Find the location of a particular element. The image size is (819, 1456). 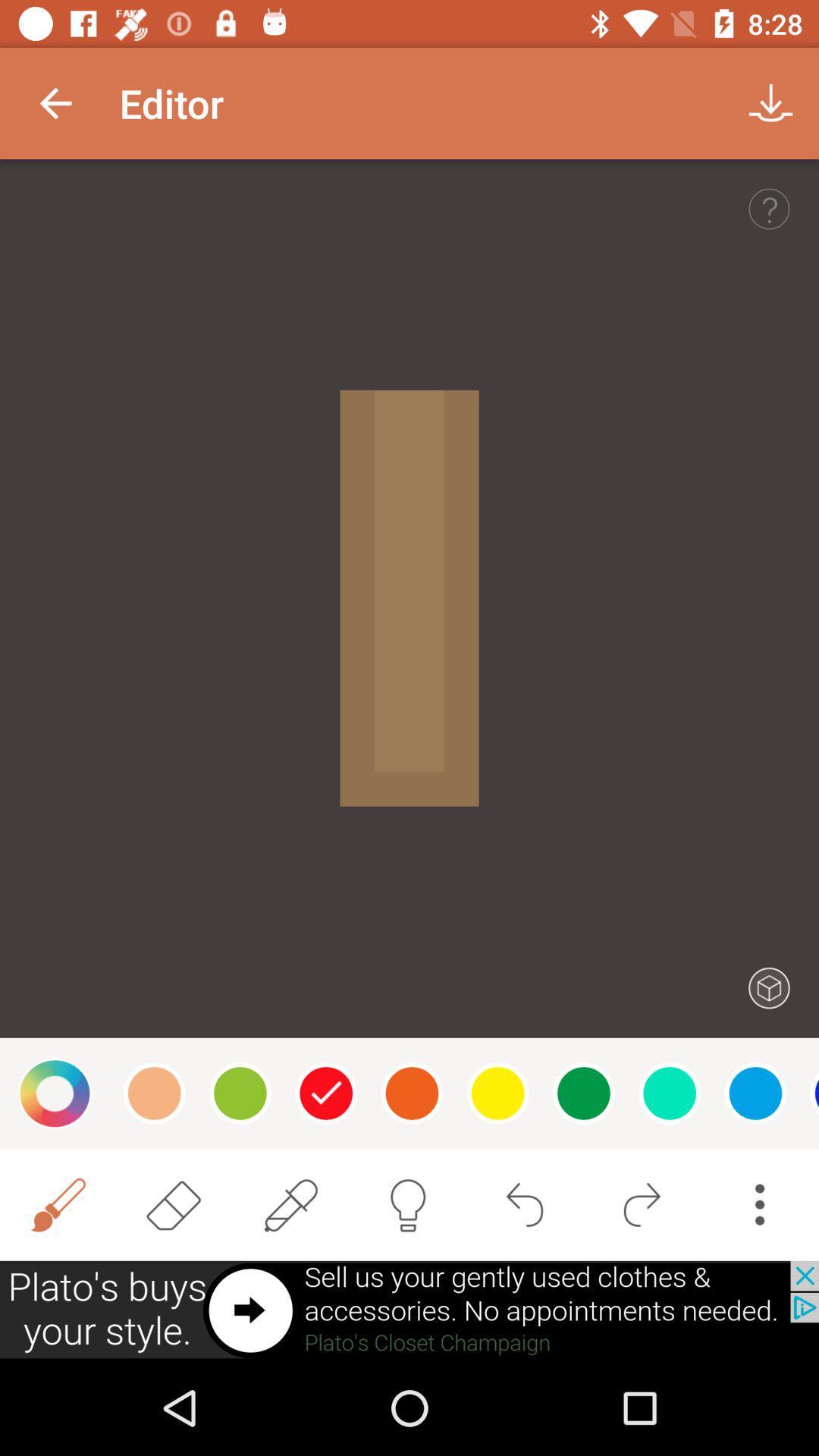

help icon is located at coordinates (769, 208).